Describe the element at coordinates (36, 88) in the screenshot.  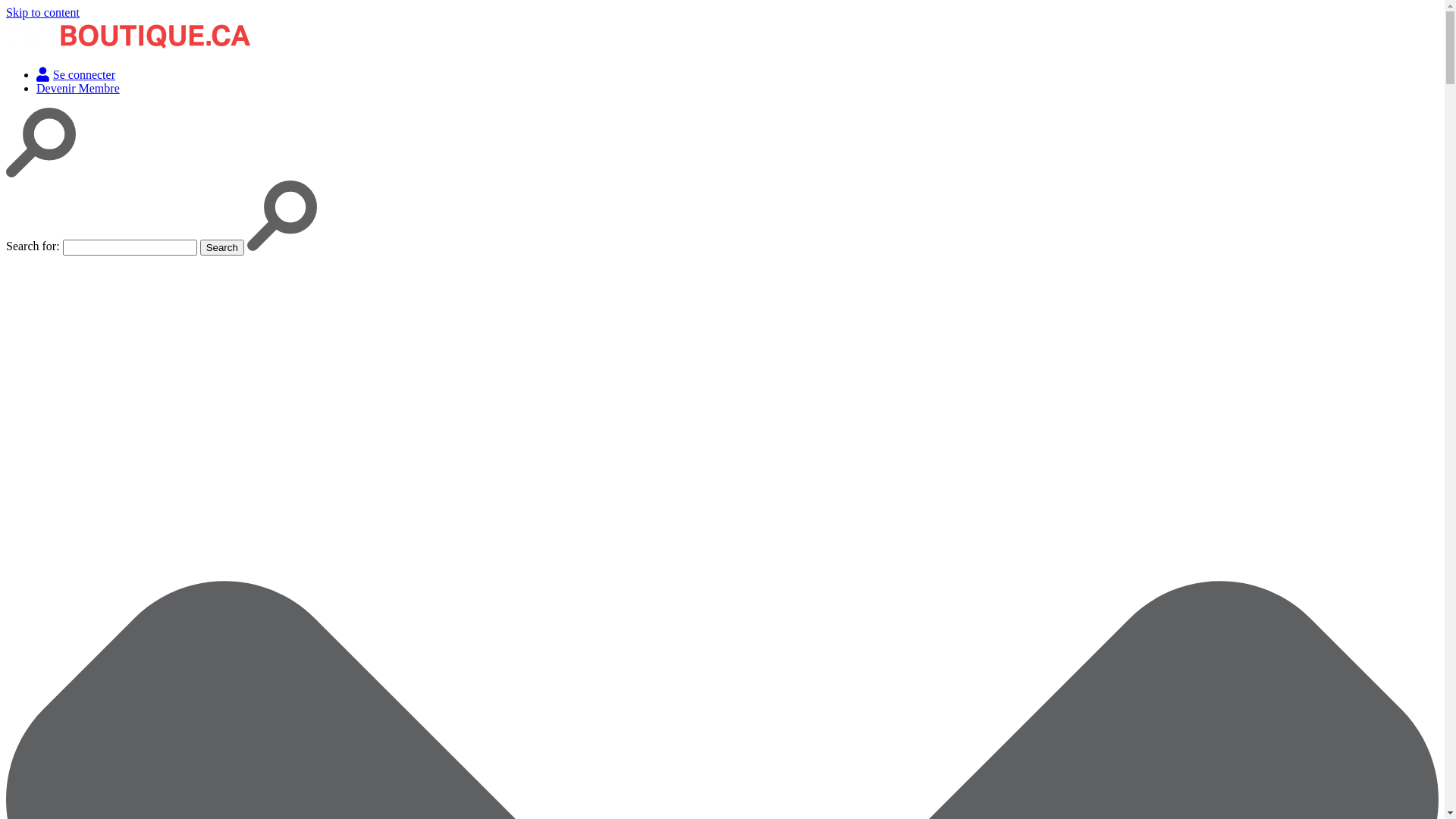
I see `'Devenir Membre'` at that location.